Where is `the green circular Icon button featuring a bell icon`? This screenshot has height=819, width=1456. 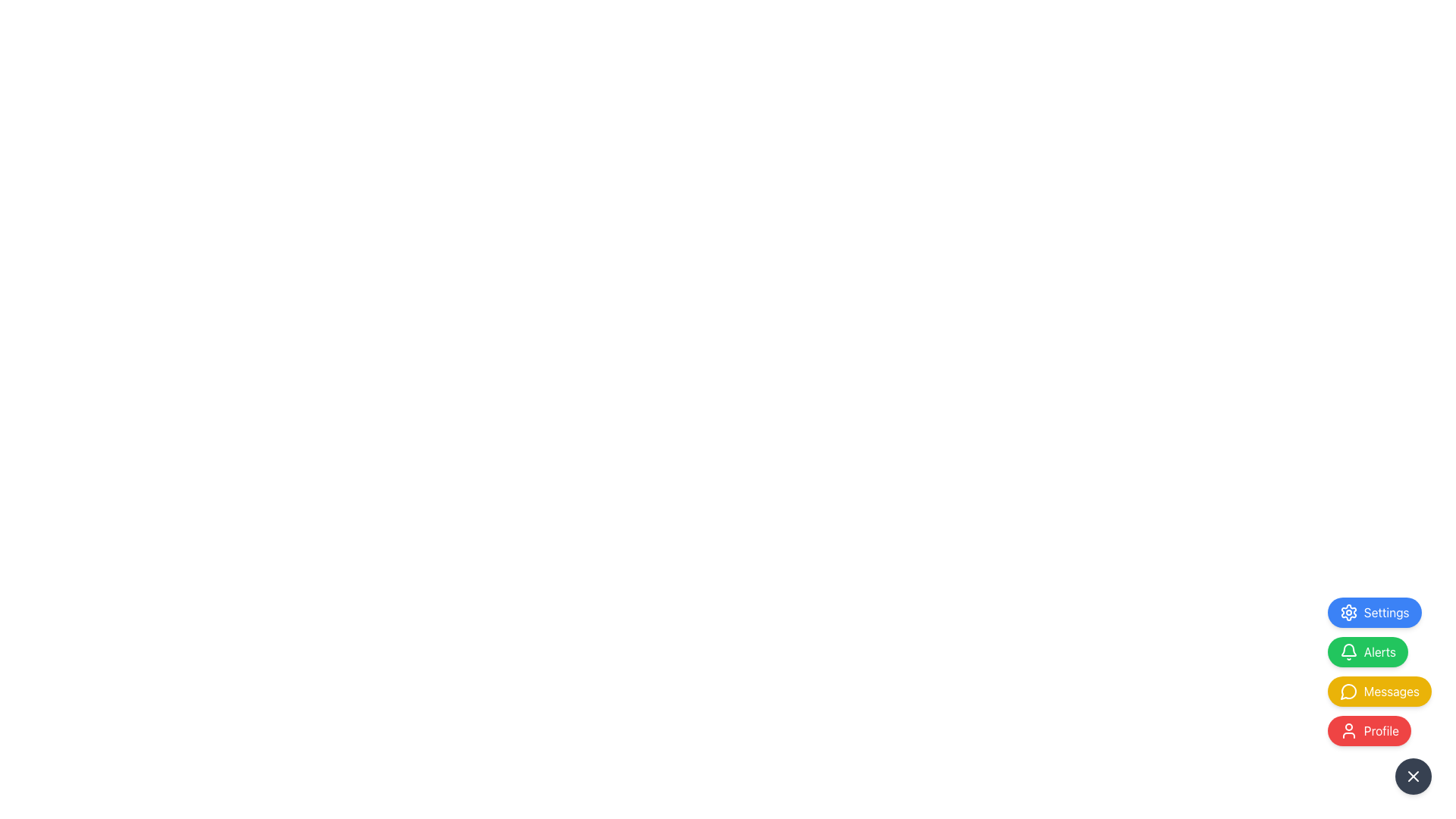
the green circular Icon button featuring a bell icon is located at coordinates (1348, 649).